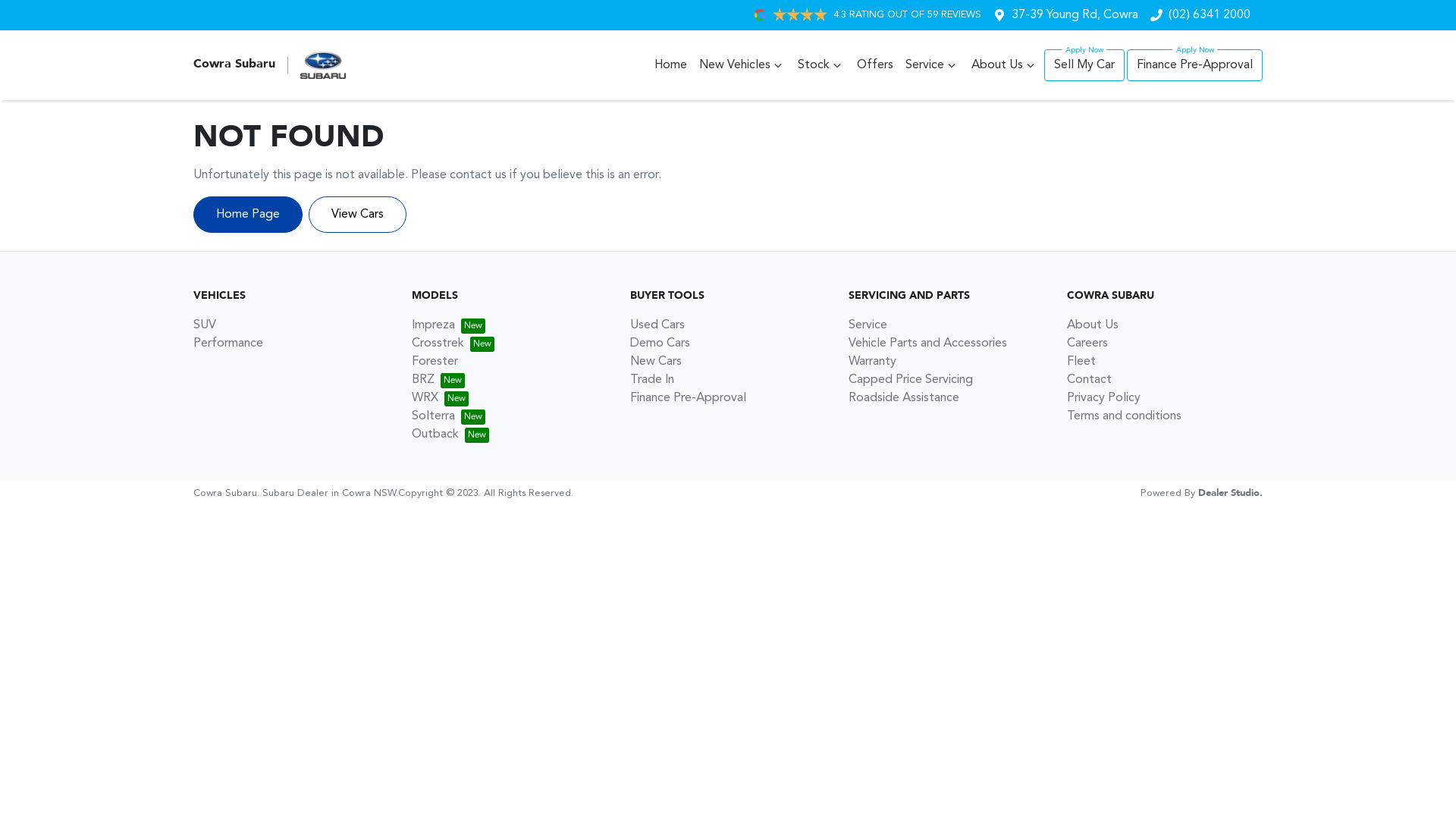 The image size is (1456, 819). Describe the element at coordinates (629, 397) in the screenshot. I see `'Finance Pre-Approval'` at that location.